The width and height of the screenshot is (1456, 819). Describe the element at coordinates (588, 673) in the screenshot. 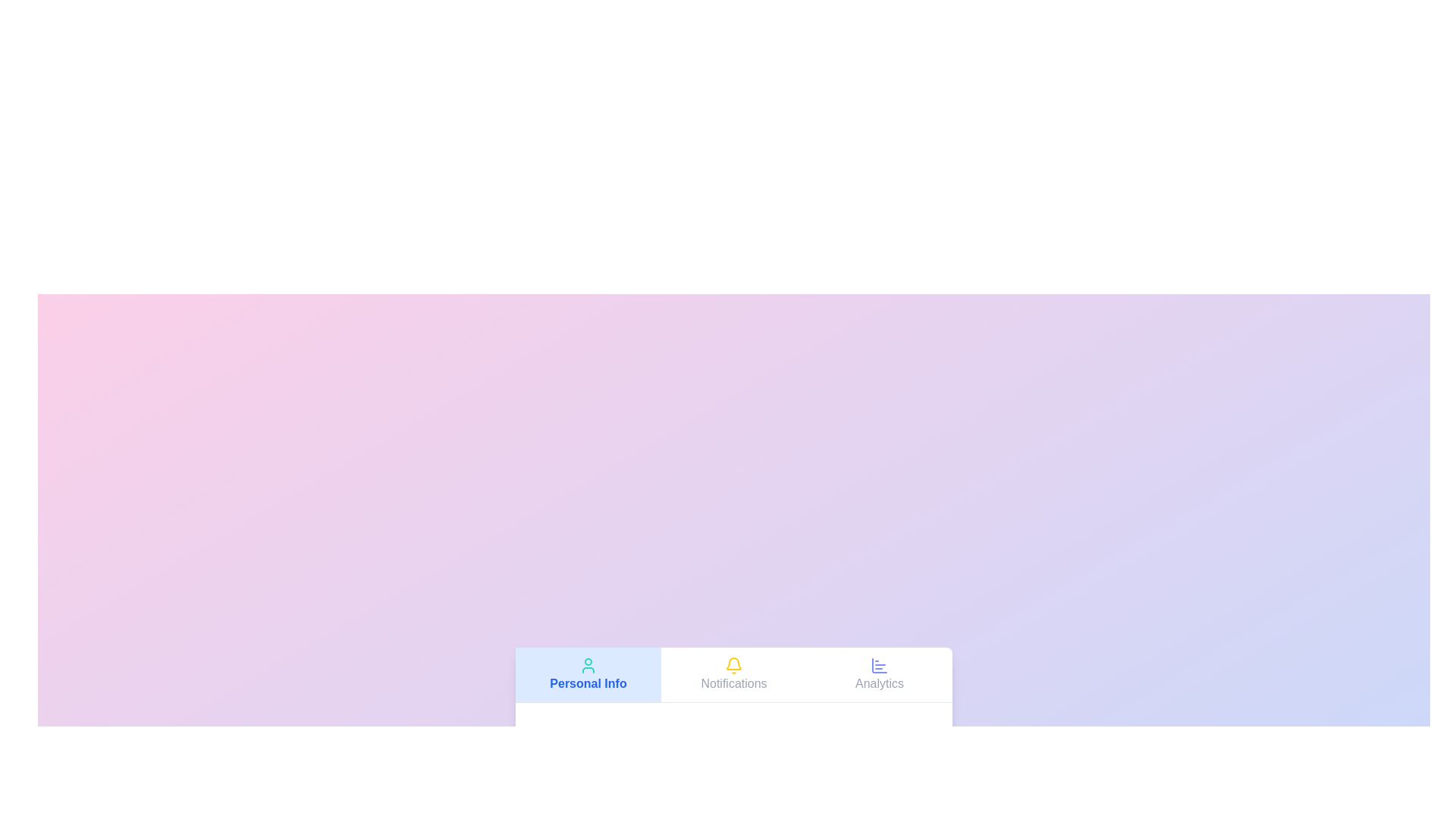

I see `the tab corresponding to Personal Info` at that location.